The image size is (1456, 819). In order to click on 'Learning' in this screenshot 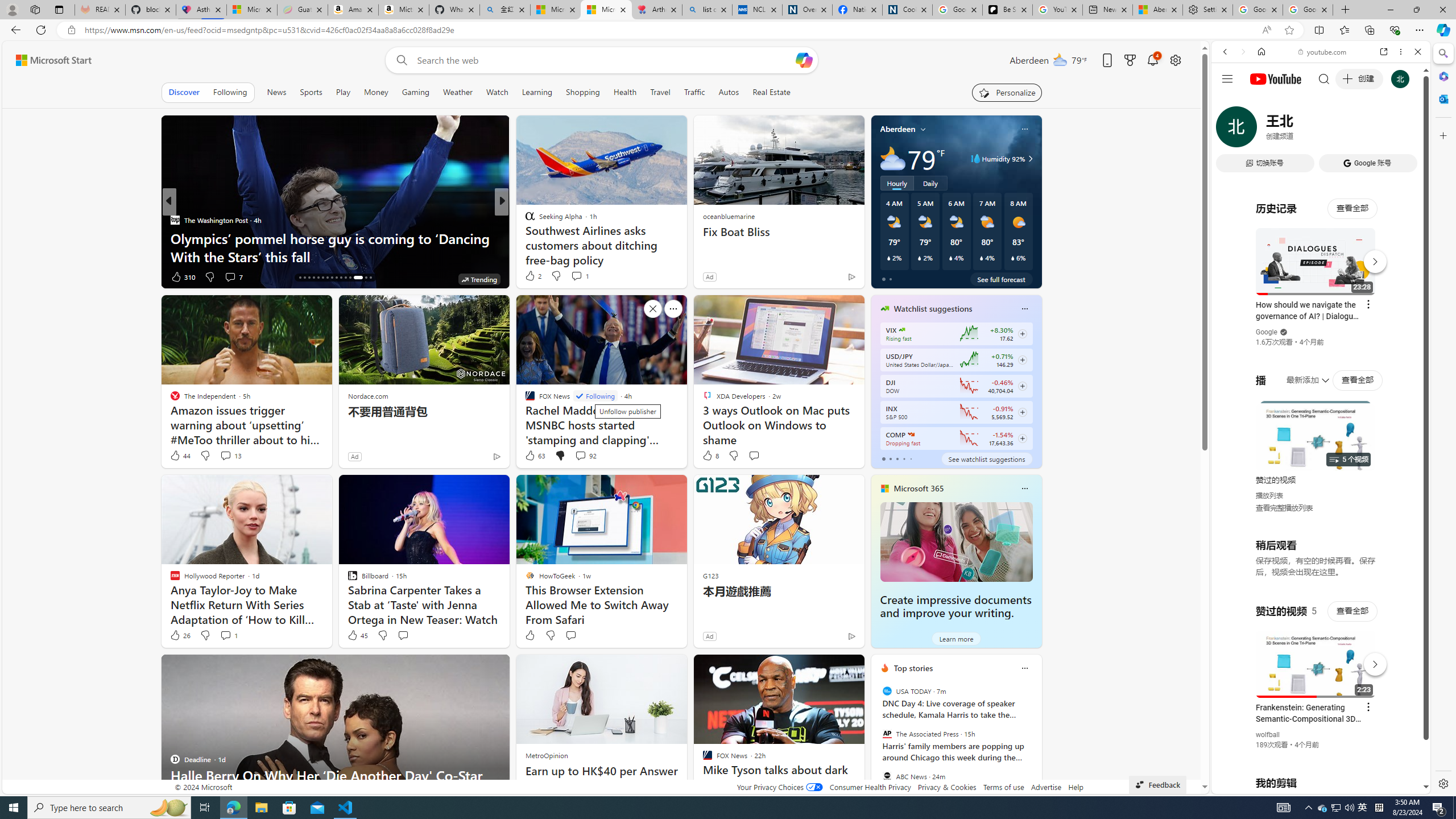, I will do `click(536, 92)`.